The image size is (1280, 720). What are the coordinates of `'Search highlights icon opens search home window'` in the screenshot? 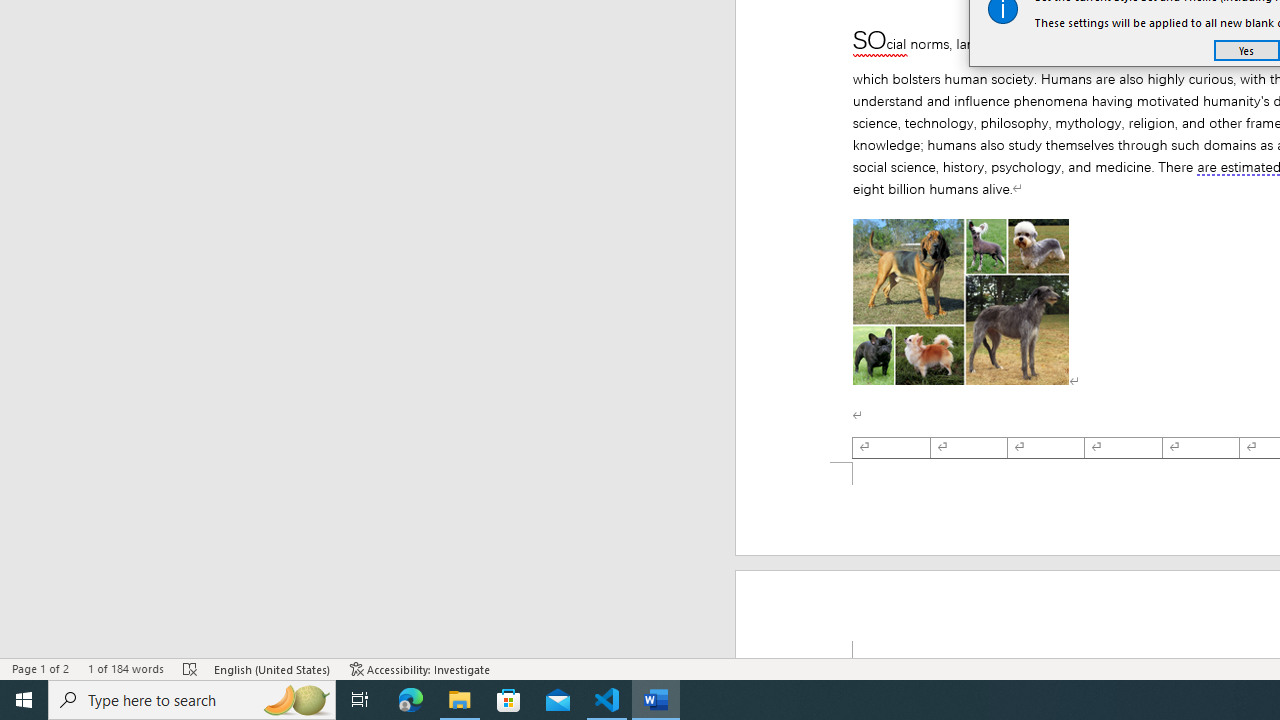 It's located at (294, 698).